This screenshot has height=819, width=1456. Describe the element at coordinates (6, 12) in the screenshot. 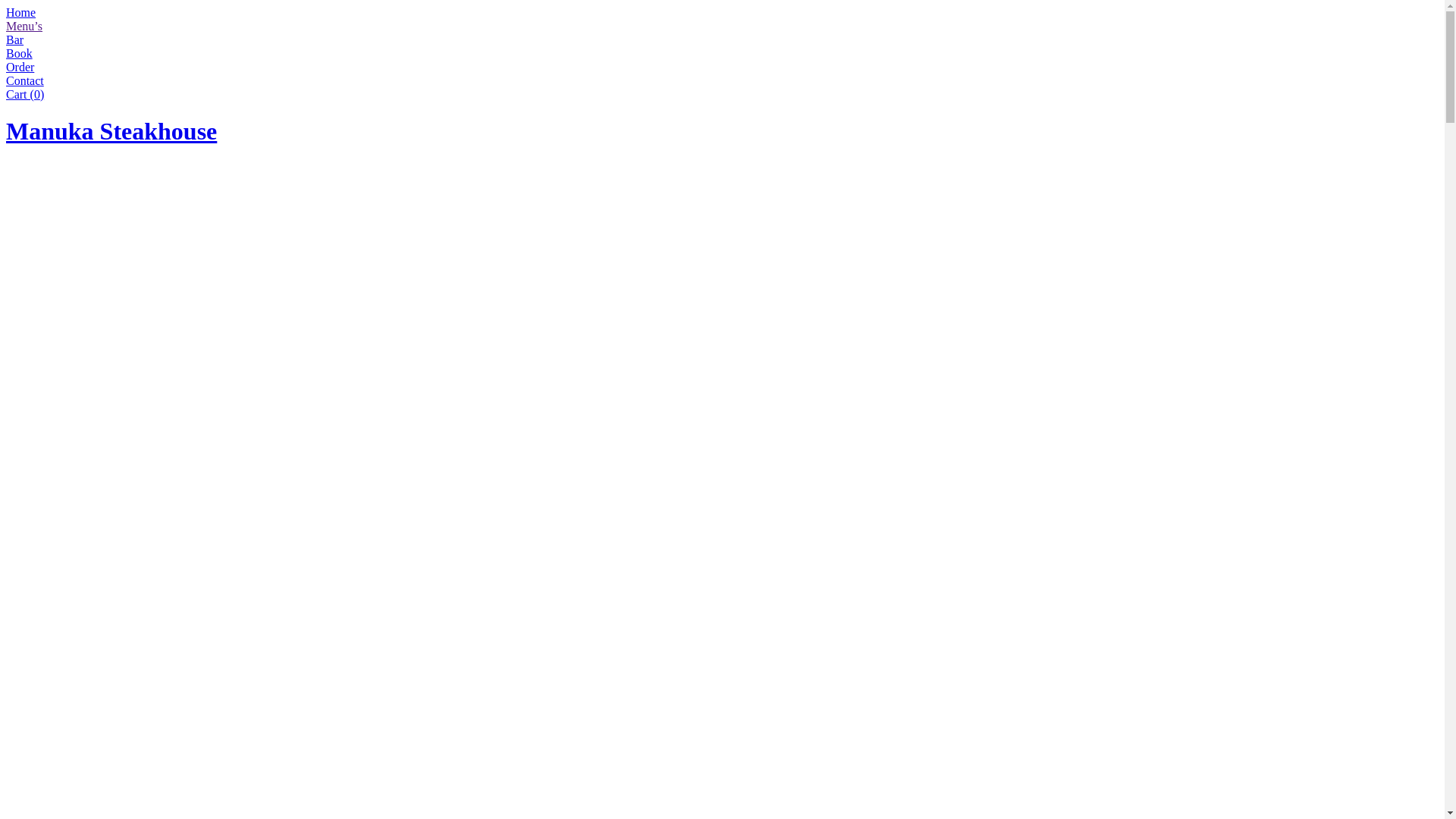

I see `'Home'` at that location.